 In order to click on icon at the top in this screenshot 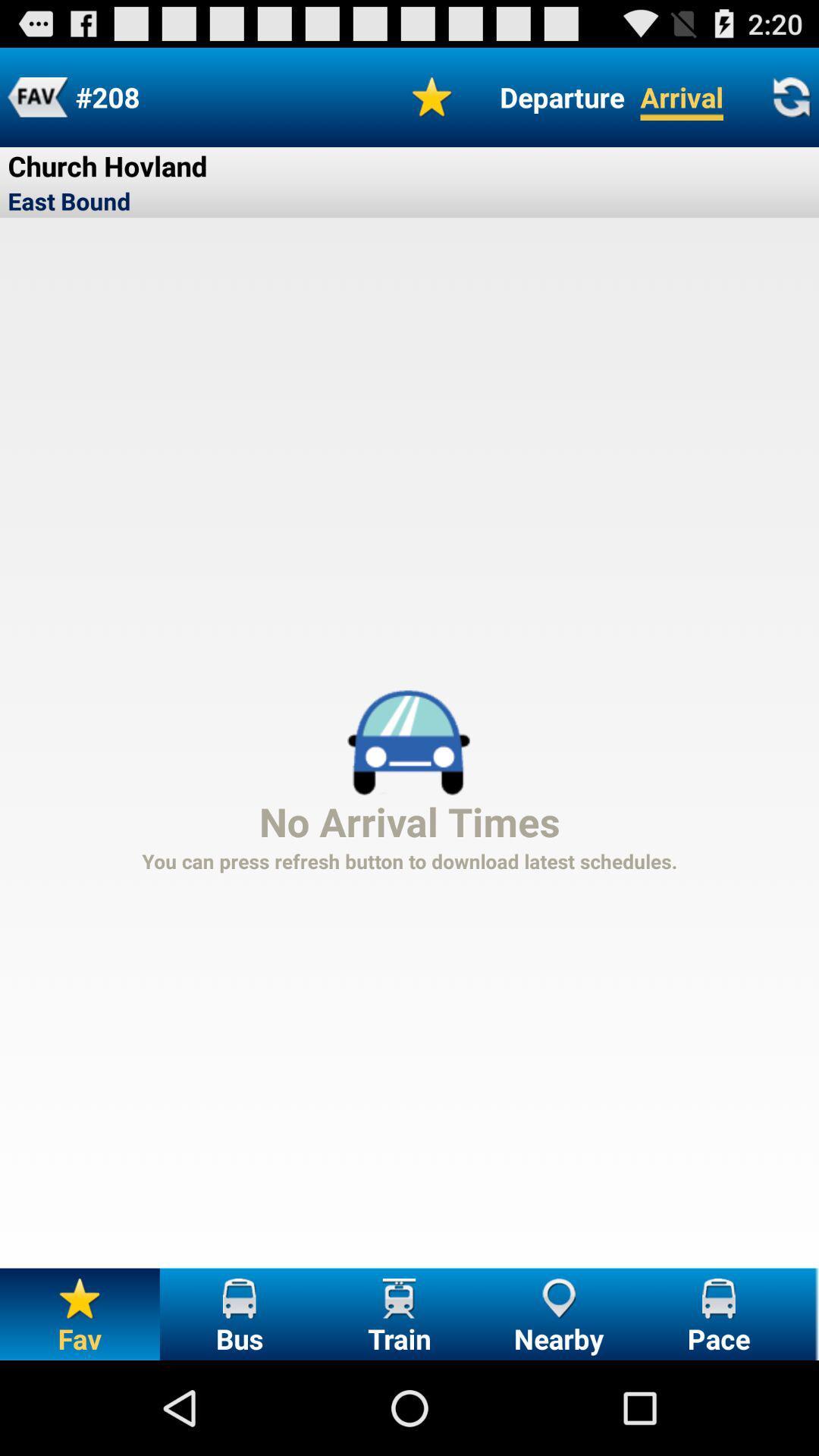, I will do `click(432, 96)`.